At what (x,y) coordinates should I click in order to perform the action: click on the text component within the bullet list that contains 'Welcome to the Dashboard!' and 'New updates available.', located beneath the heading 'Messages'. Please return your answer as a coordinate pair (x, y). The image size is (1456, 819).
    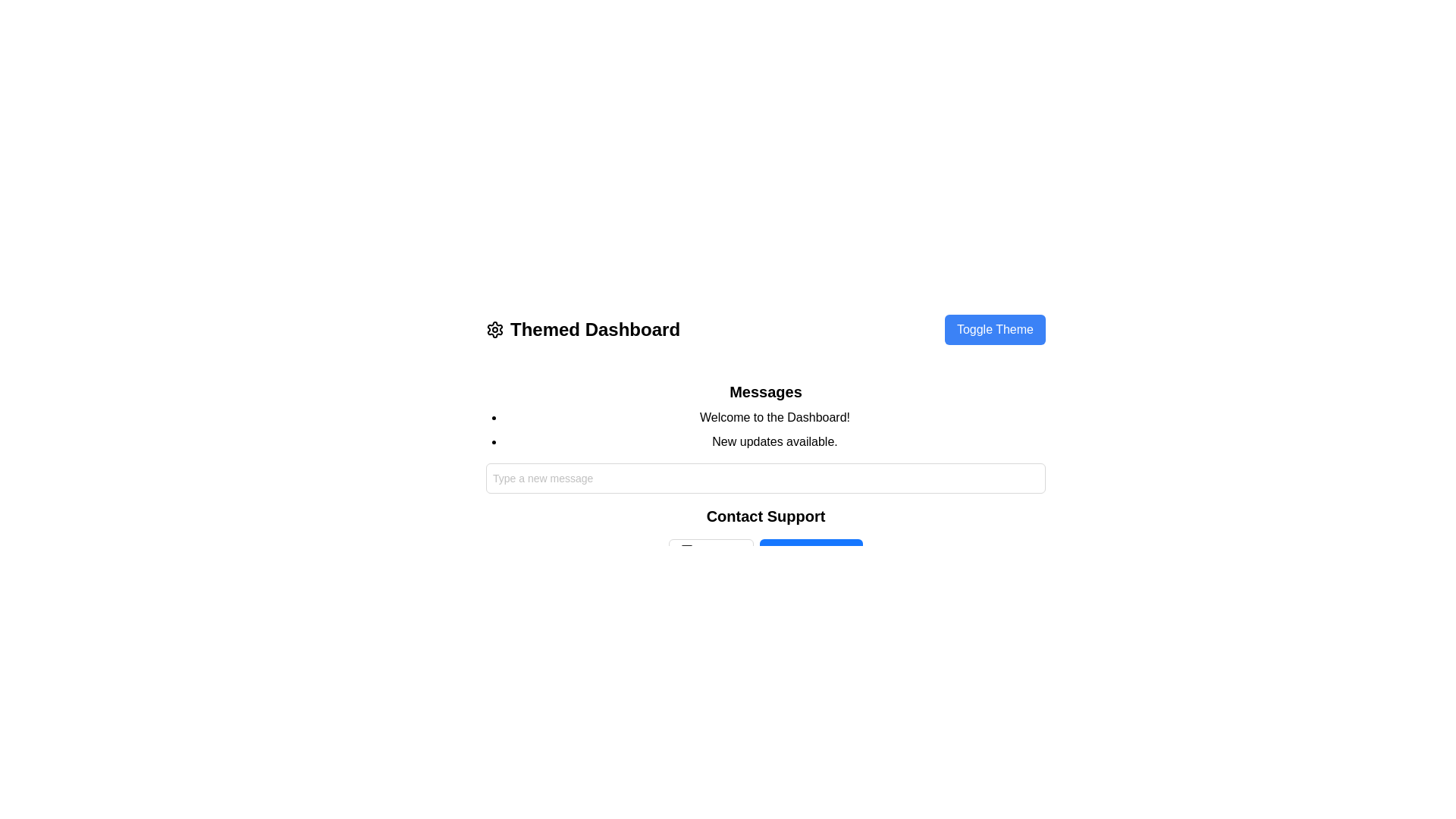
    Looking at the image, I should click on (765, 430).